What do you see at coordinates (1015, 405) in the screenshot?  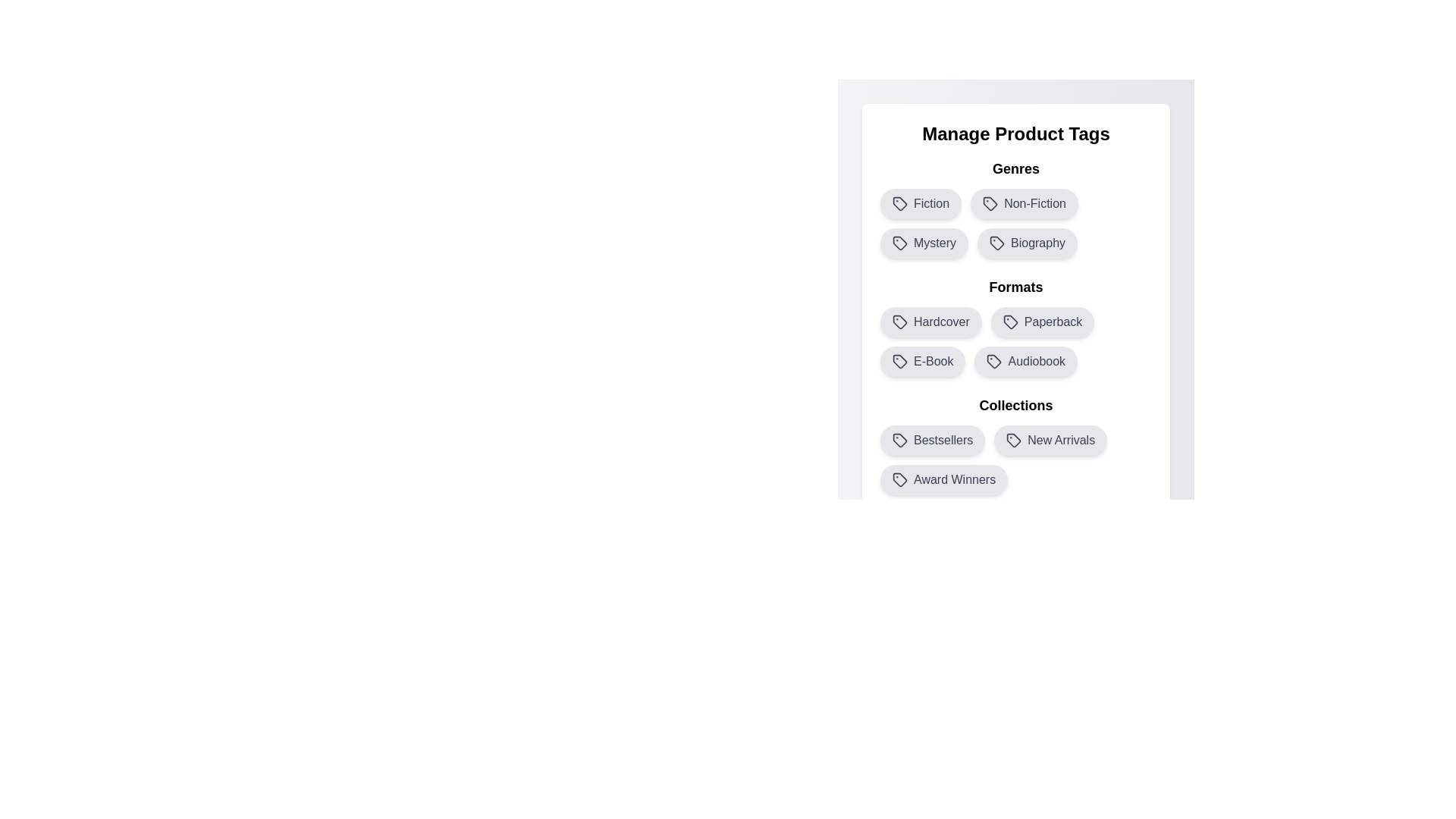 I see `the bold text label 'Collections' located in the center of the page, just above the buttons 'Bestsellers' and 'New Arrivals'` at bounding box center [1015, 405].